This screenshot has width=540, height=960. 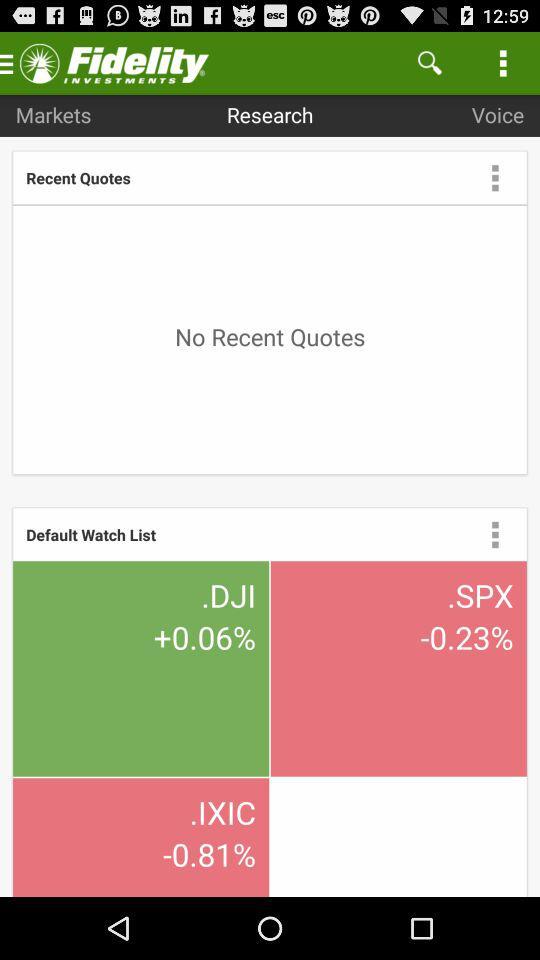 What do you see at coordinates (494, 190) in the screenshot?
I see `the more icon` at bounding box center [494, 190].